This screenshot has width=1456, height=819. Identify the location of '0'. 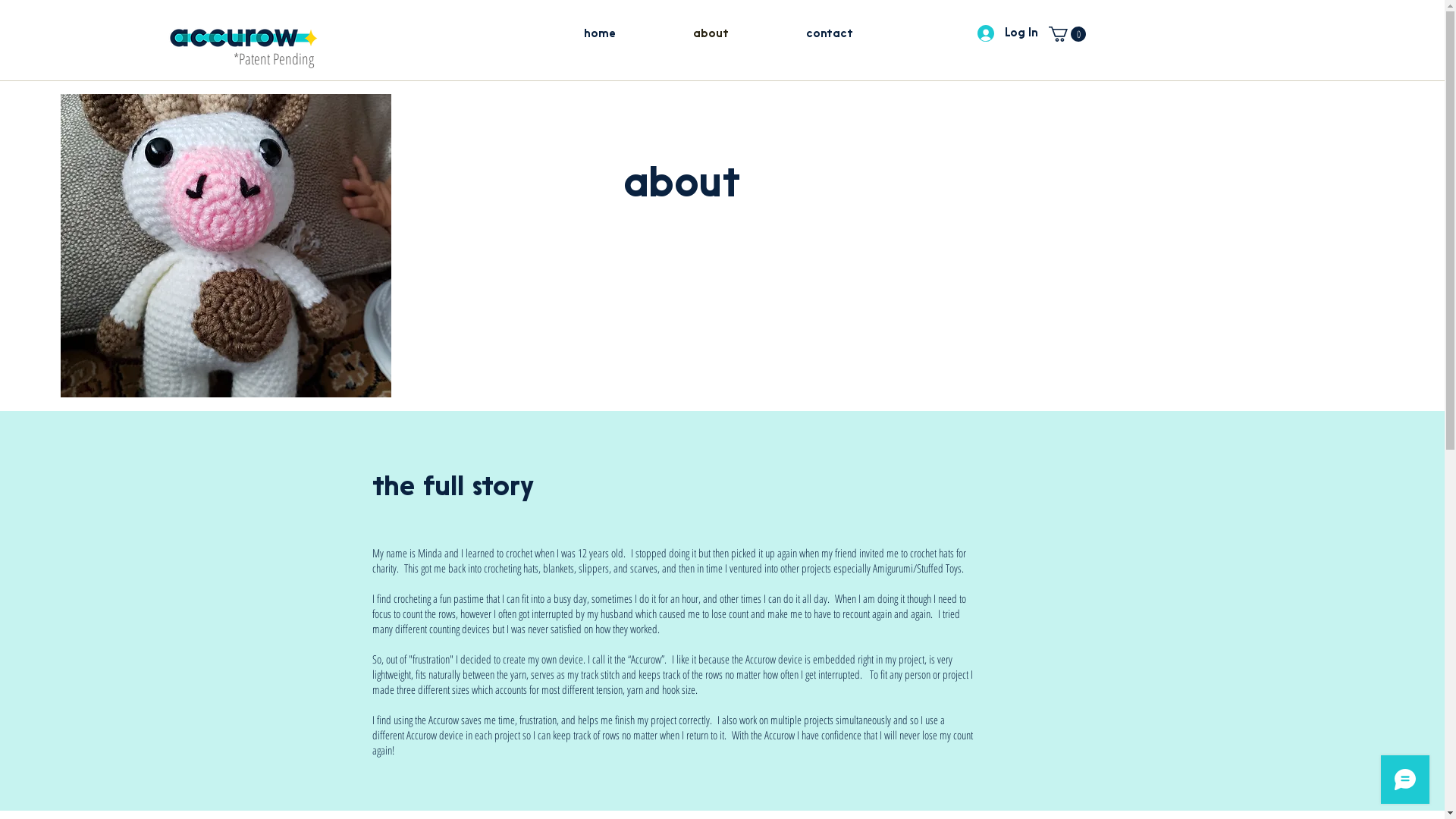
(1065, 34).